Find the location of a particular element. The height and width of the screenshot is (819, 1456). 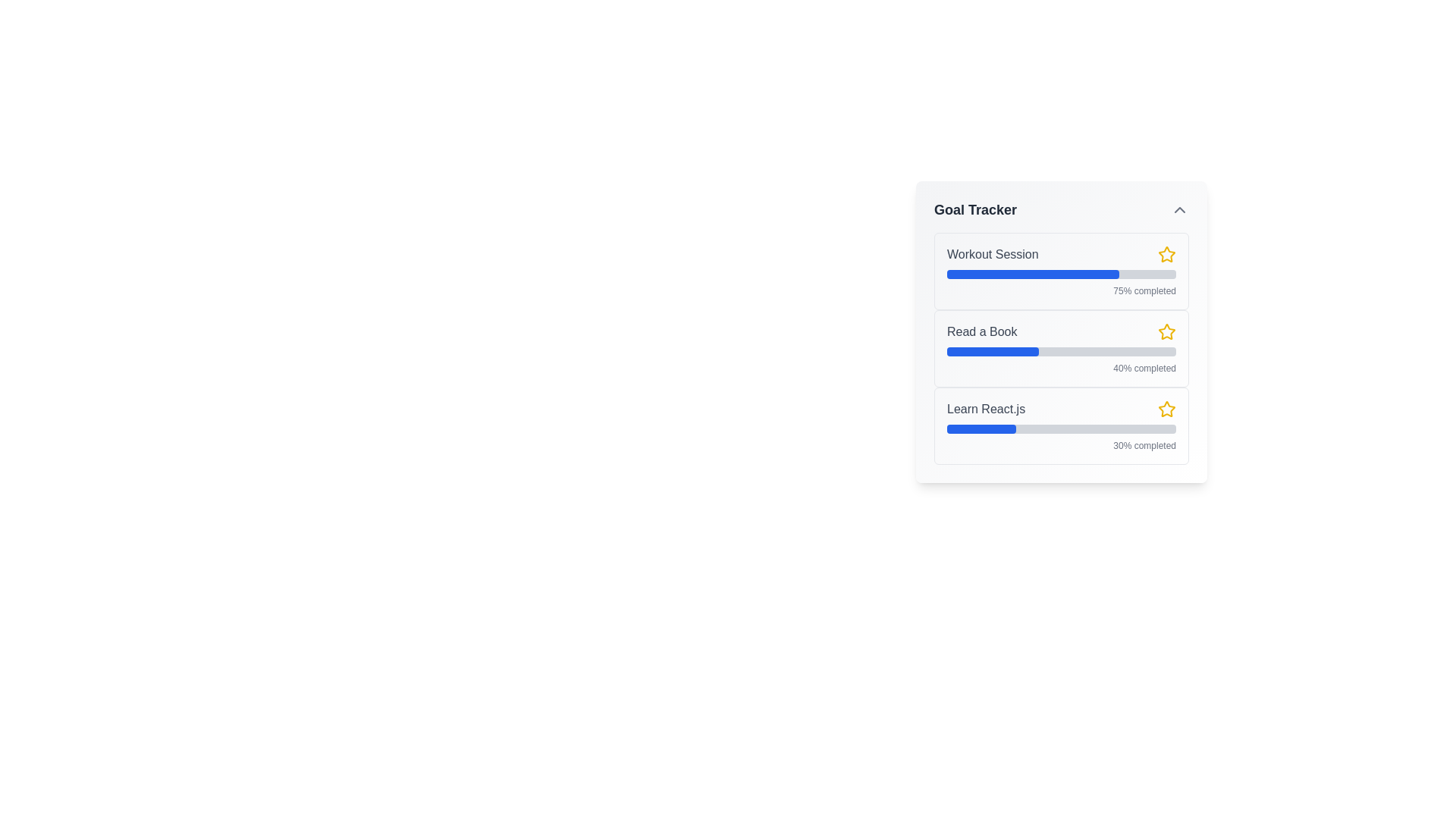

the horizontal progress bar, which has a gray background and a blue portion indicating progression, located below the 'Workout Session' title and above the '75% completed' text in the first goal tracking card of the 'Goal Tracker' interface is located at coordinates (1061, 275).